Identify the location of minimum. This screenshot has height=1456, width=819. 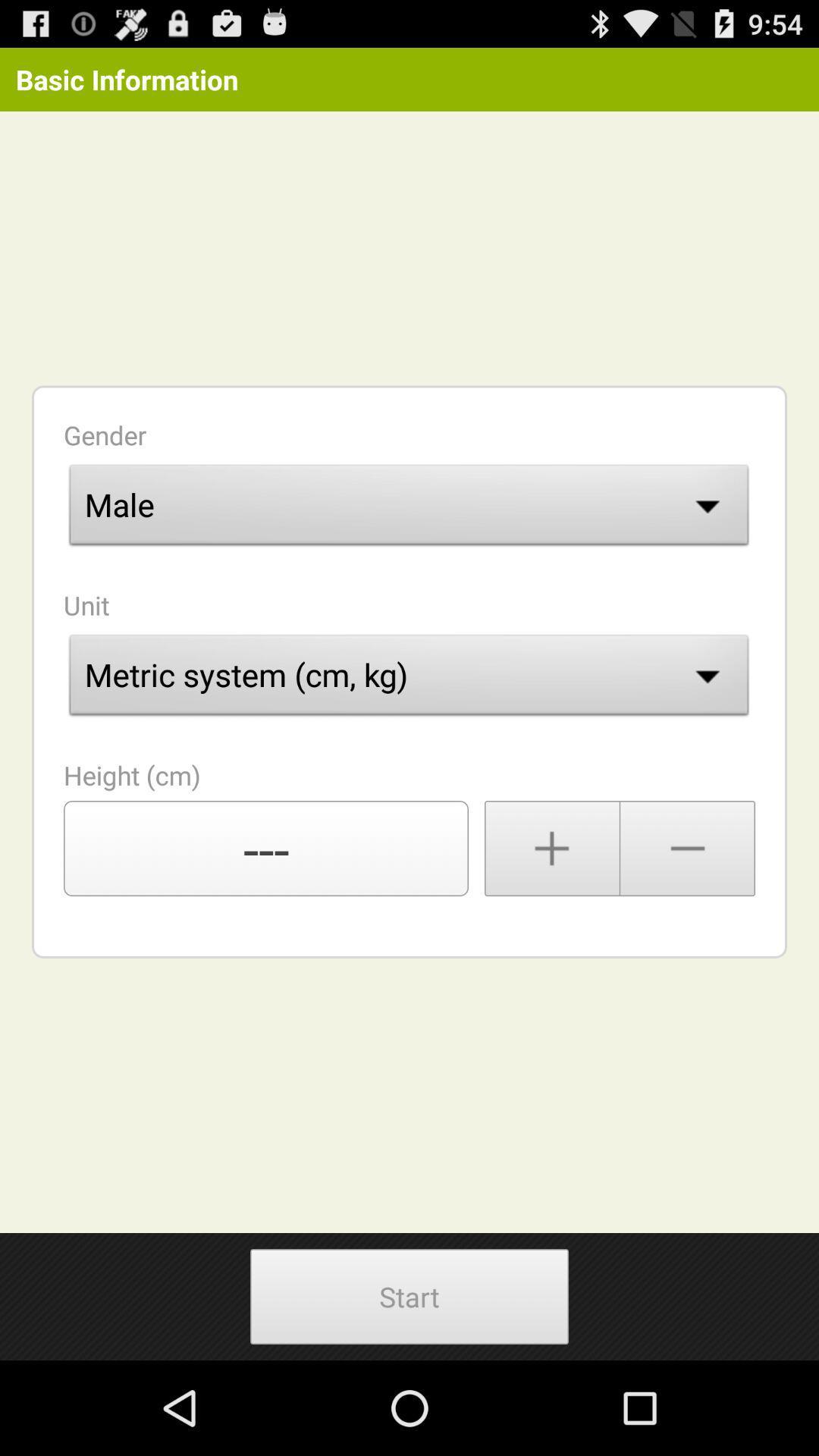
(688, 847).